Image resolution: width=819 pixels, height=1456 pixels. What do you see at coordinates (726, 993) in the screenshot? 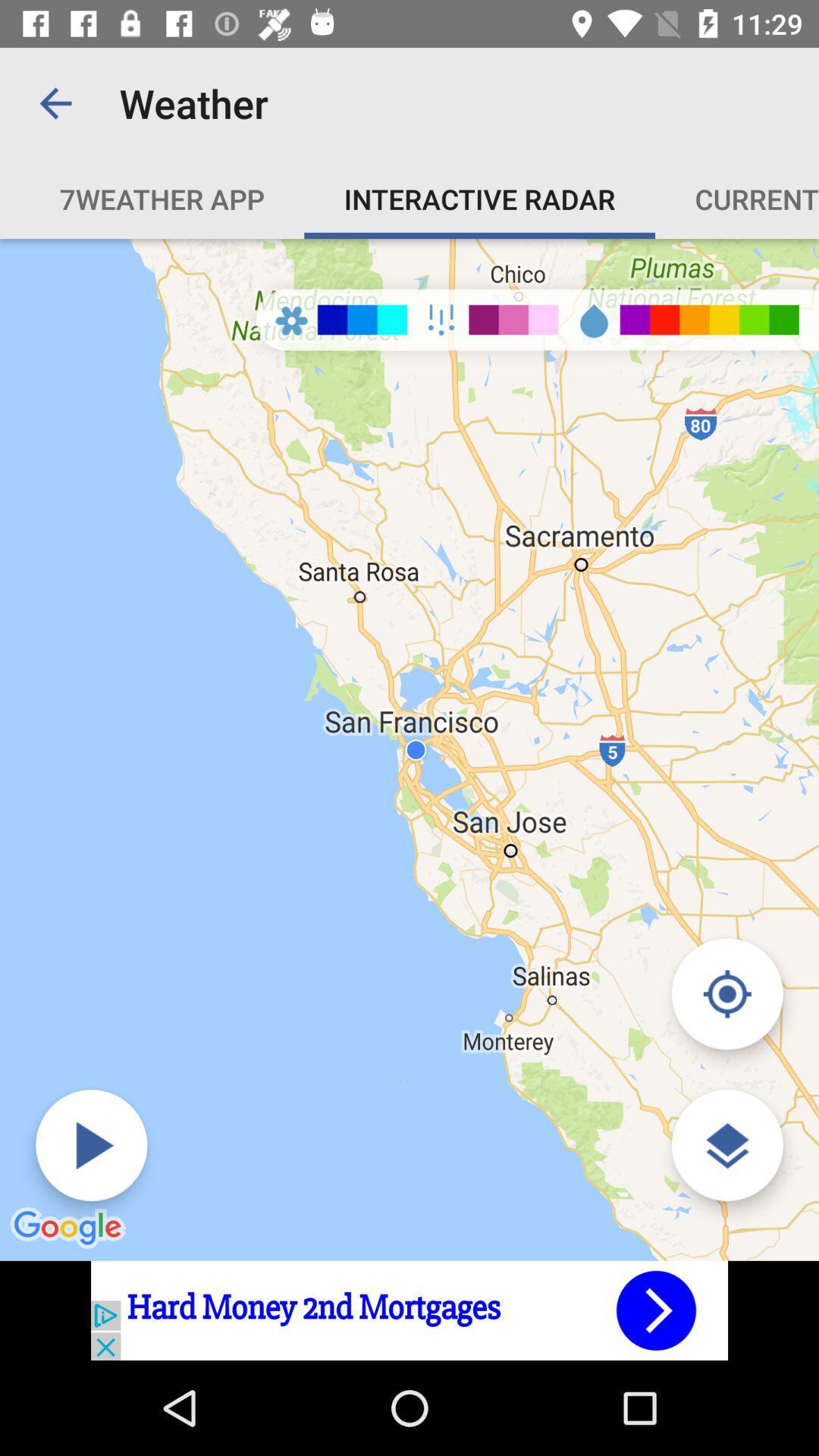
I see `current location` at bounding box center [726, 993].